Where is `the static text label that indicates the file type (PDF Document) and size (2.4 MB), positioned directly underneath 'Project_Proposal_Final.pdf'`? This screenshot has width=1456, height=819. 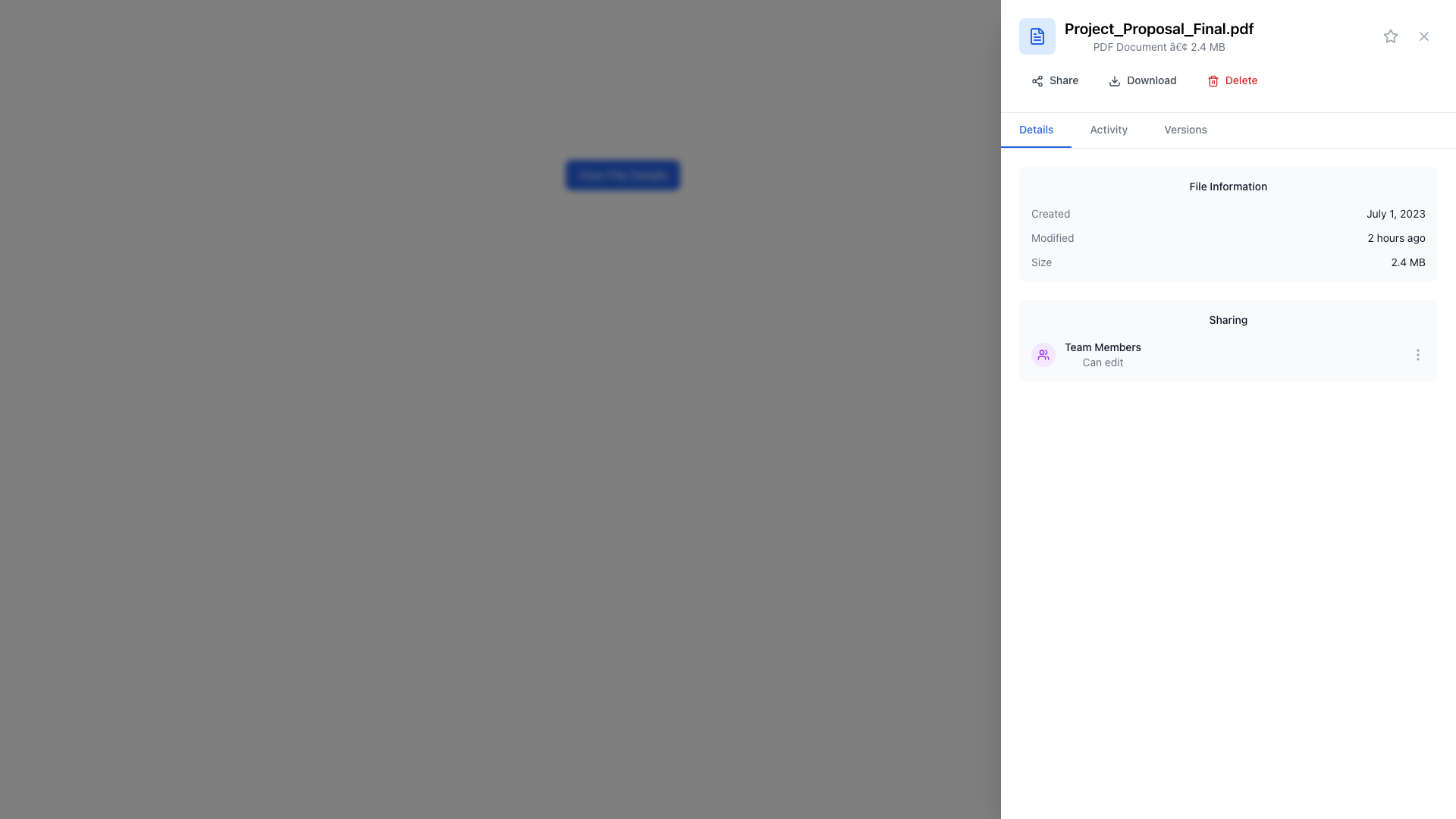 the static text label that indicates the file type (PDF Document) and size (2.4 MB), positioned directly underneath 'Project_Proposal_Final.pdf' is located at coordinates (1158, 45).